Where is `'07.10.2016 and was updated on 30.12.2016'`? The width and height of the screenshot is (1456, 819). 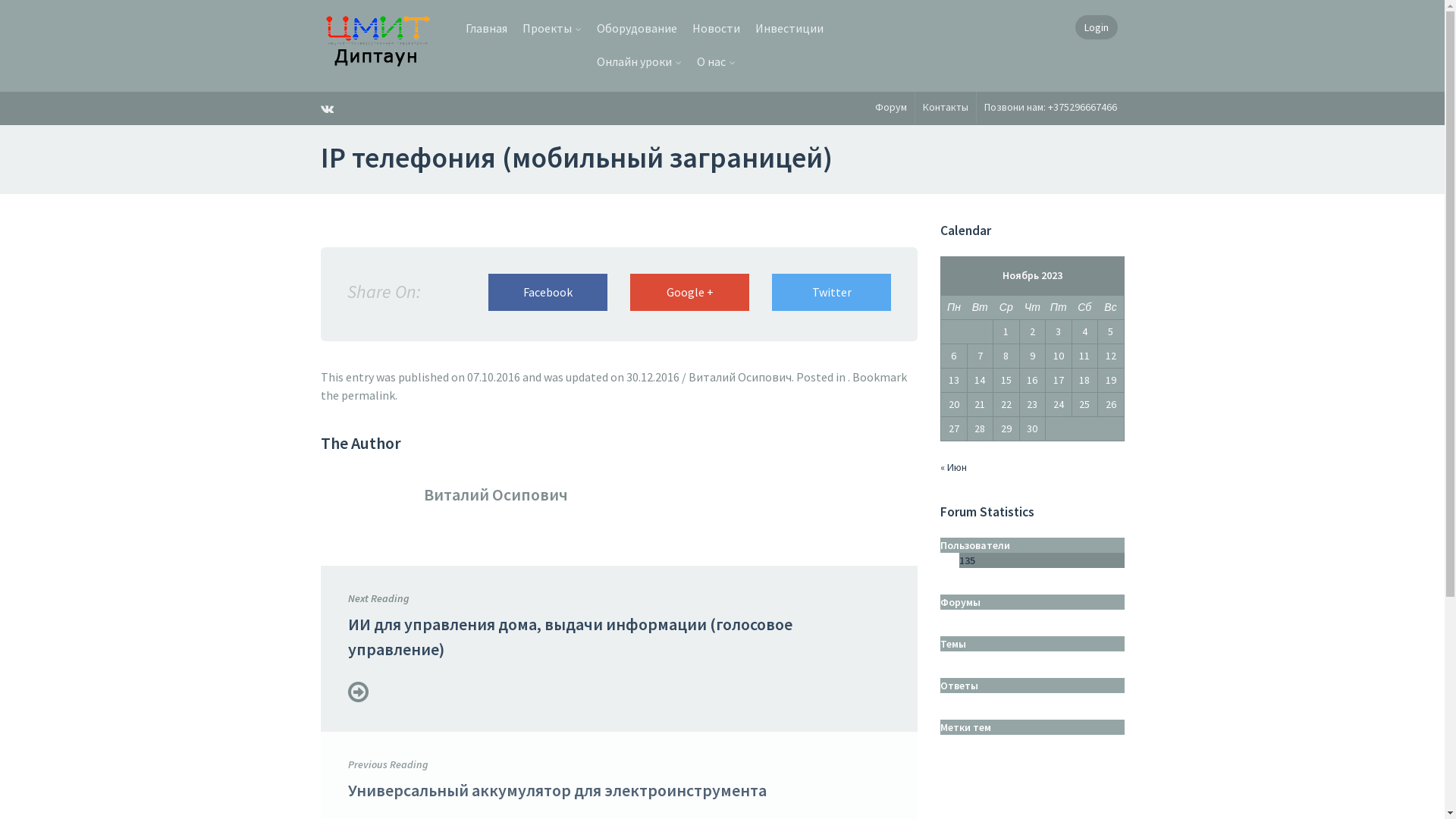 '07.10.2016 and was updated on 30.12.2016' is located at coordinates (466, 376).